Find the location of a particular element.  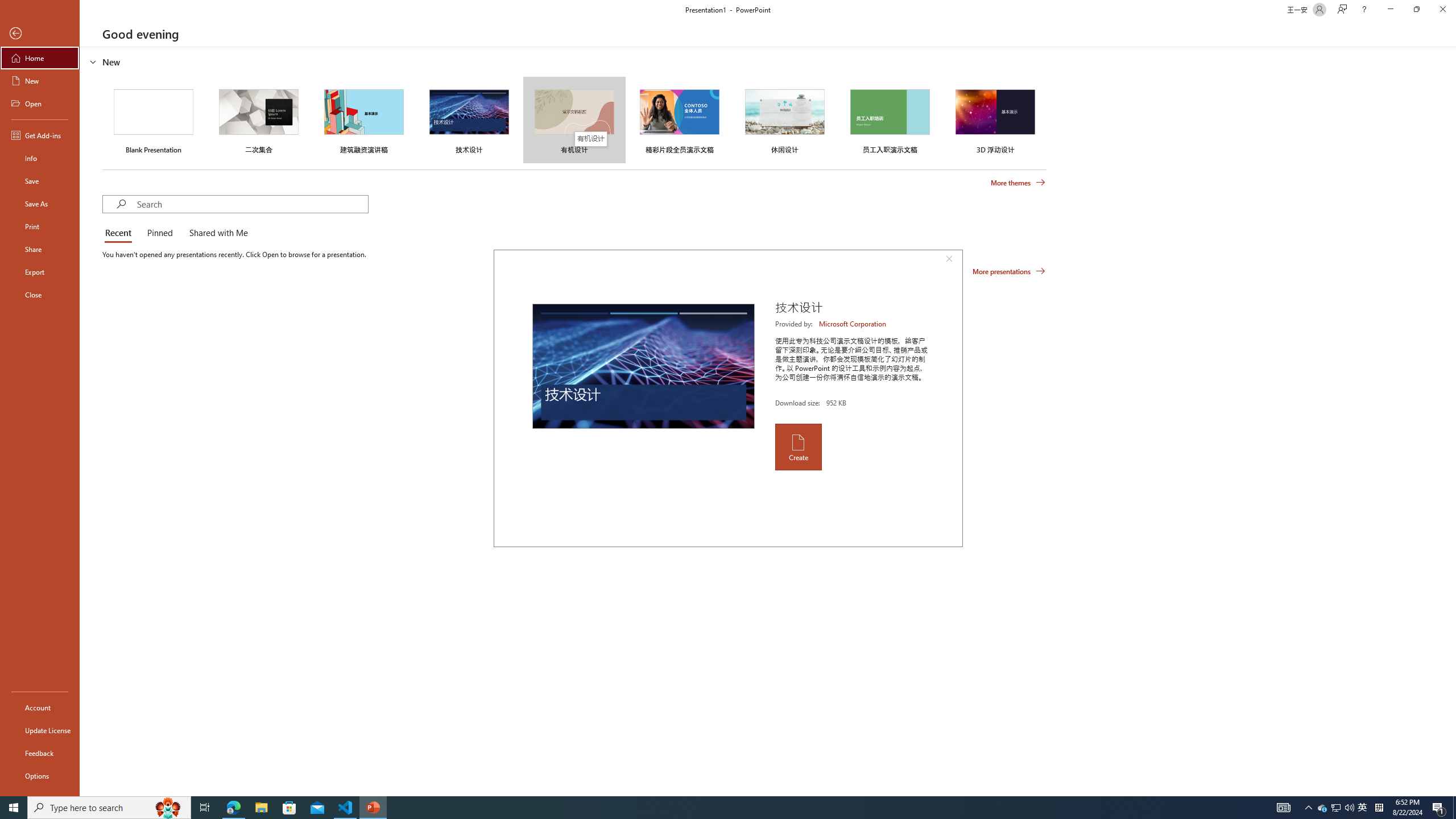

'Print' is located at coordinates (39, 226).